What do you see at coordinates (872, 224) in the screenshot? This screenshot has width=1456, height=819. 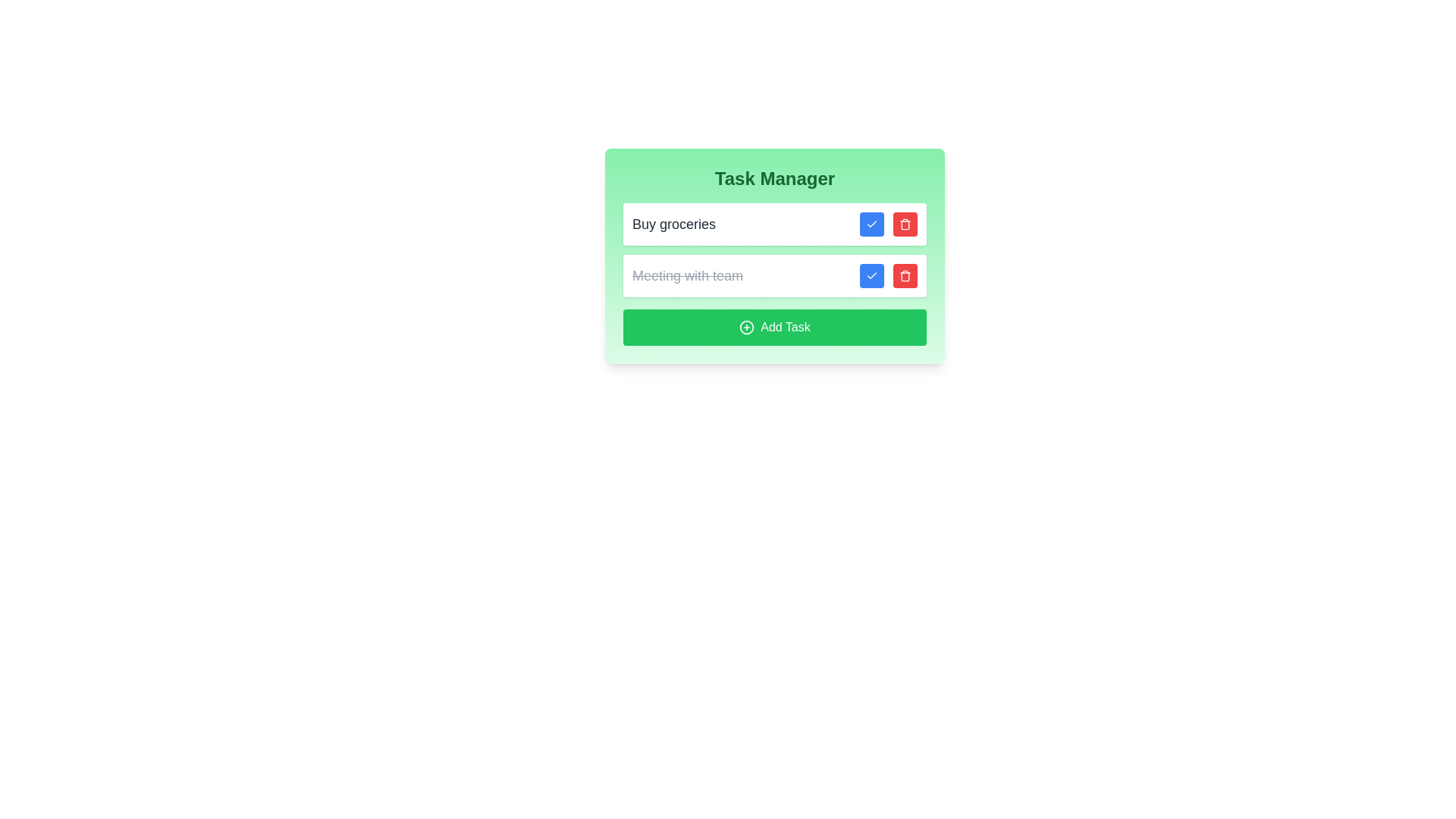 I see `the confirmation button located to the right of the 'Buy groceries' text input field to mark the associated task as completed` at bounding box center [872, 224].